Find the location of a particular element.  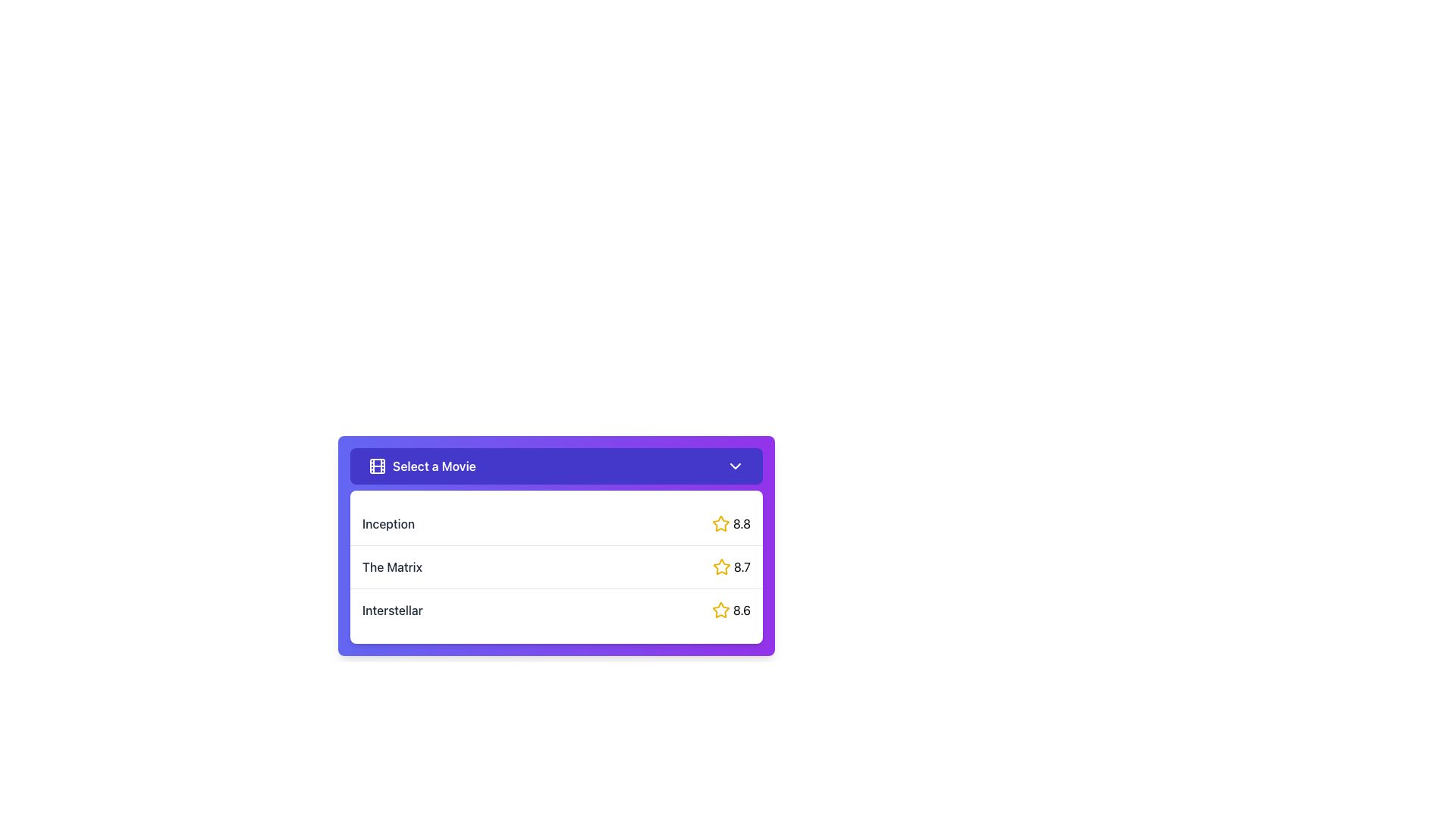

the star icon representing the rating '8.7', which is positioned in the middle row of the list items near the right-hand side, adjacent to the numerical value is located at coordinates (720, 567).